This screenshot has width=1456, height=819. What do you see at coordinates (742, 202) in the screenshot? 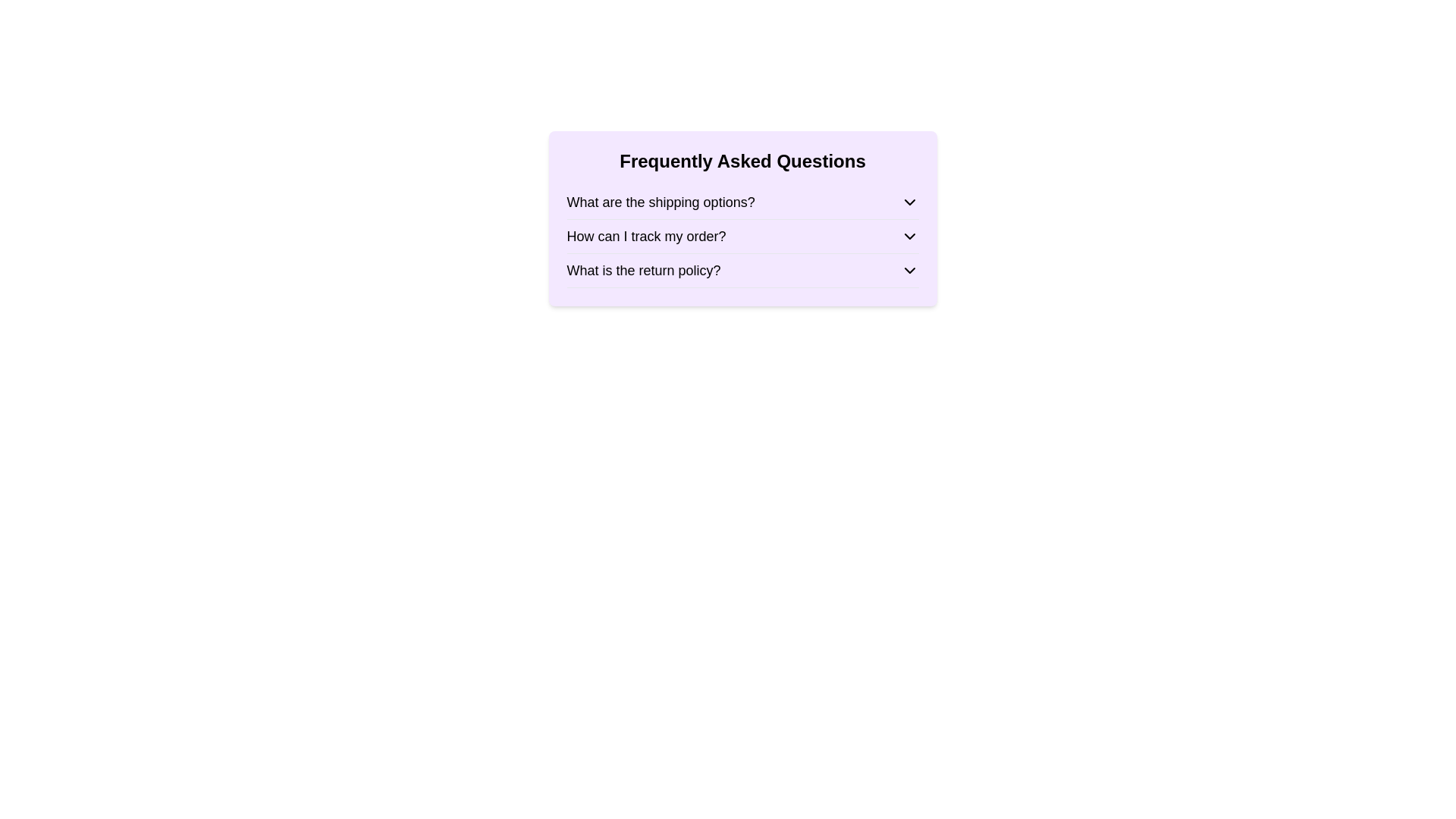
I see `the collapsible header labeled 'What are the shipping options?'` at bounding box center [742, 202].